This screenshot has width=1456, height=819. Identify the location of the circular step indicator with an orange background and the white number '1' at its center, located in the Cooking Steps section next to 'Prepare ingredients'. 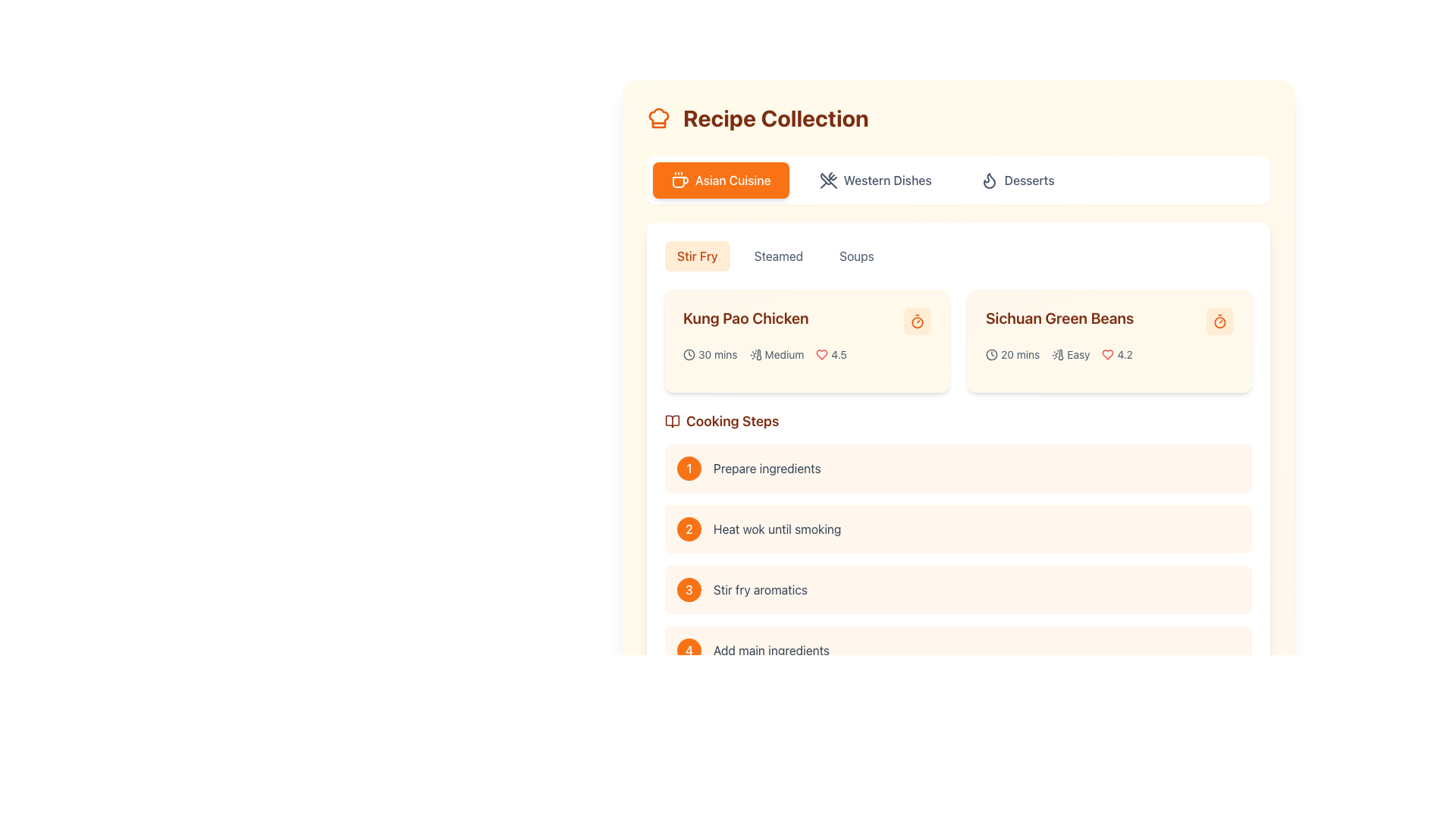
(688, 467).